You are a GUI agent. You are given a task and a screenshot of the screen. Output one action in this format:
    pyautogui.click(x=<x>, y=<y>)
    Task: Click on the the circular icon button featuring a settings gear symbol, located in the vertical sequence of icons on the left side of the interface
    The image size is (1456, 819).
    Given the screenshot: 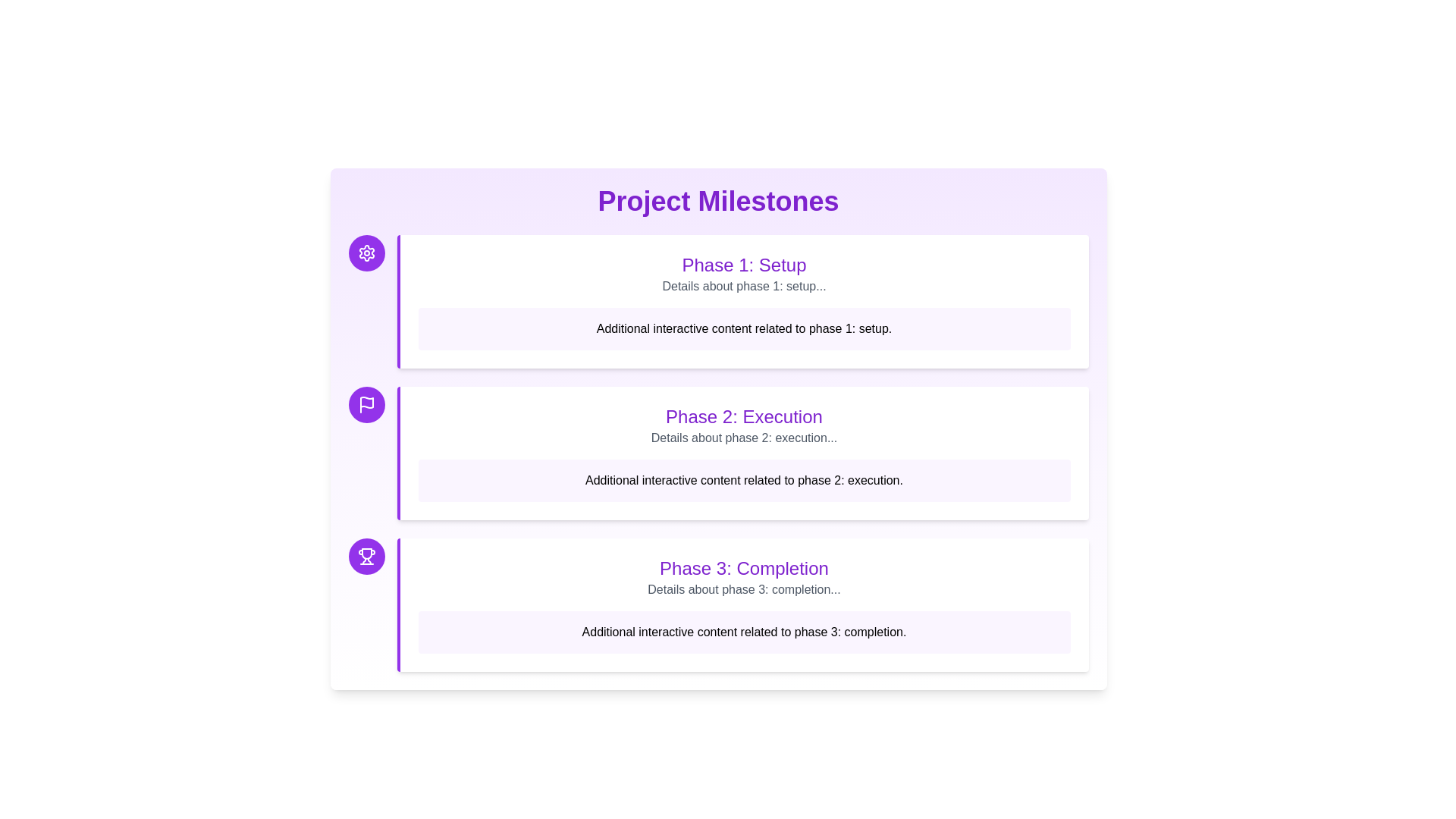 What is the action you would take?
    pyautogui.click(x=366, y=253)
    